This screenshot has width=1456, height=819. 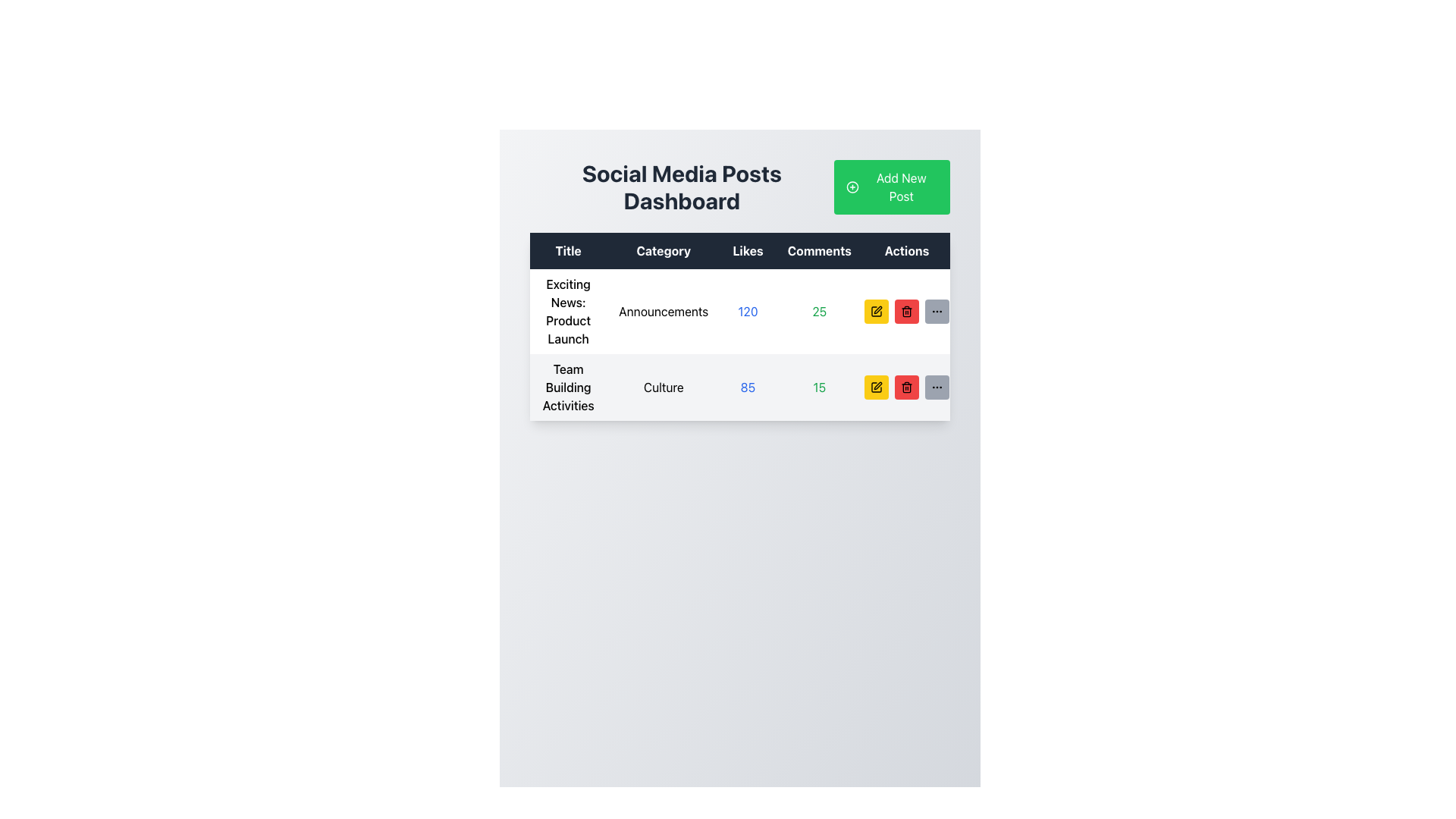 I want to click on the text label displaying 'Team Building Activities' located in the second row of the table under the 'Title' column, so click(x=567, y=386).